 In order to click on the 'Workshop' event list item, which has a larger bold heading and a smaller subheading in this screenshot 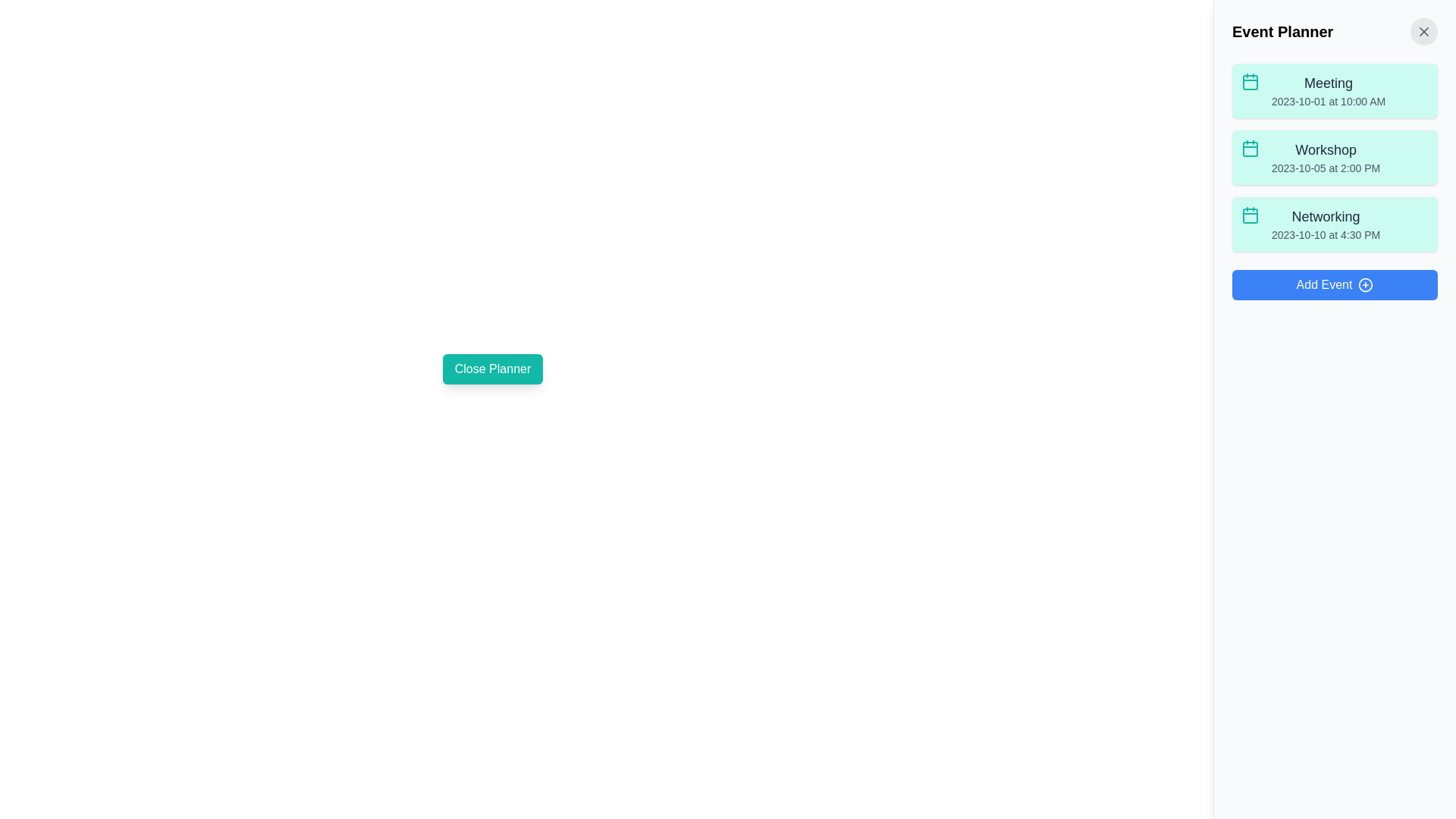, I will do `click(1325, 158)`.